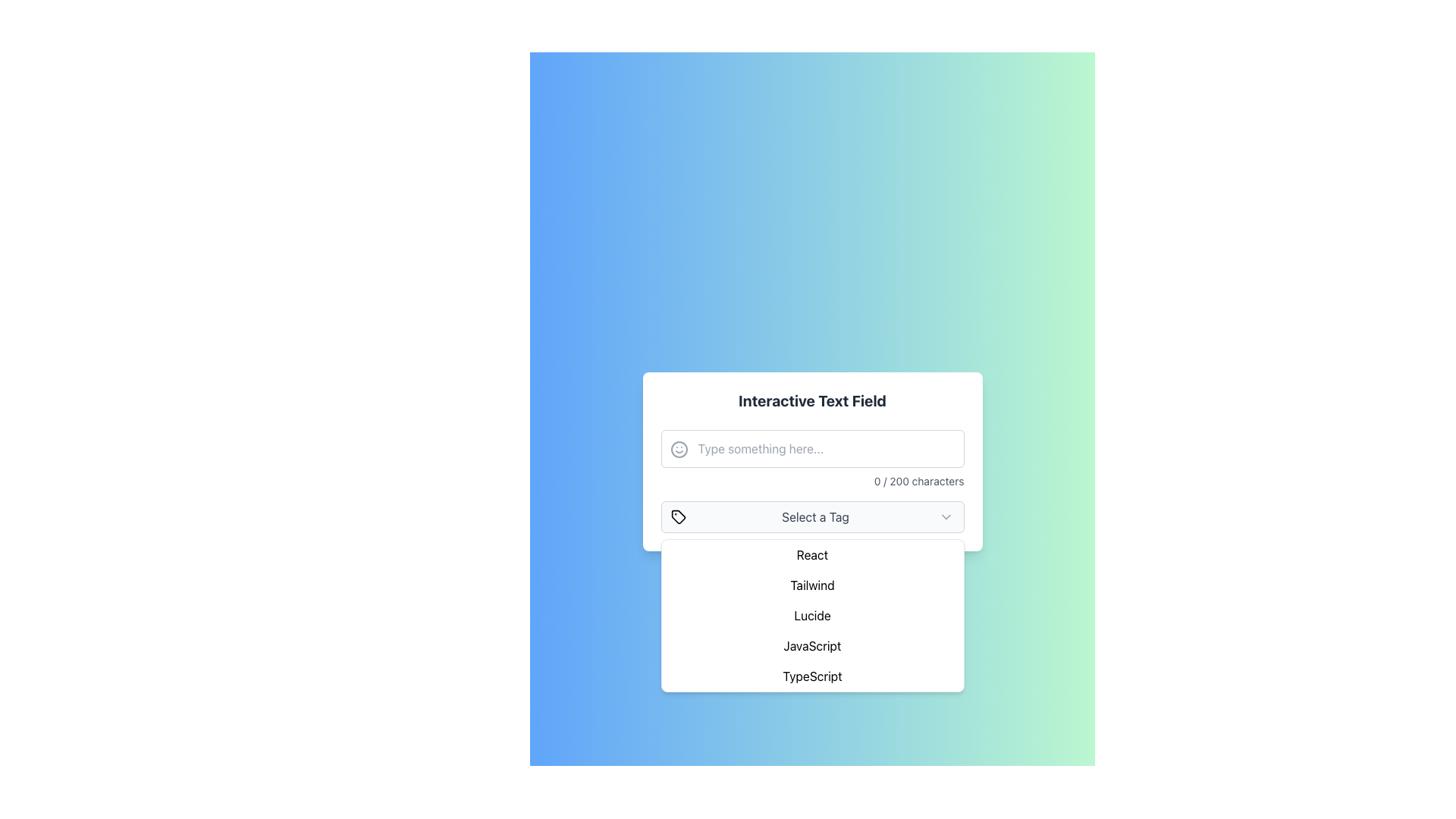 Image resolution: width=1456 pixels, height=819 pixels. What do you see at coordinates (811, 584) in the screenshot?
I see `the second dropdown option` at bounding box center [811, 584].